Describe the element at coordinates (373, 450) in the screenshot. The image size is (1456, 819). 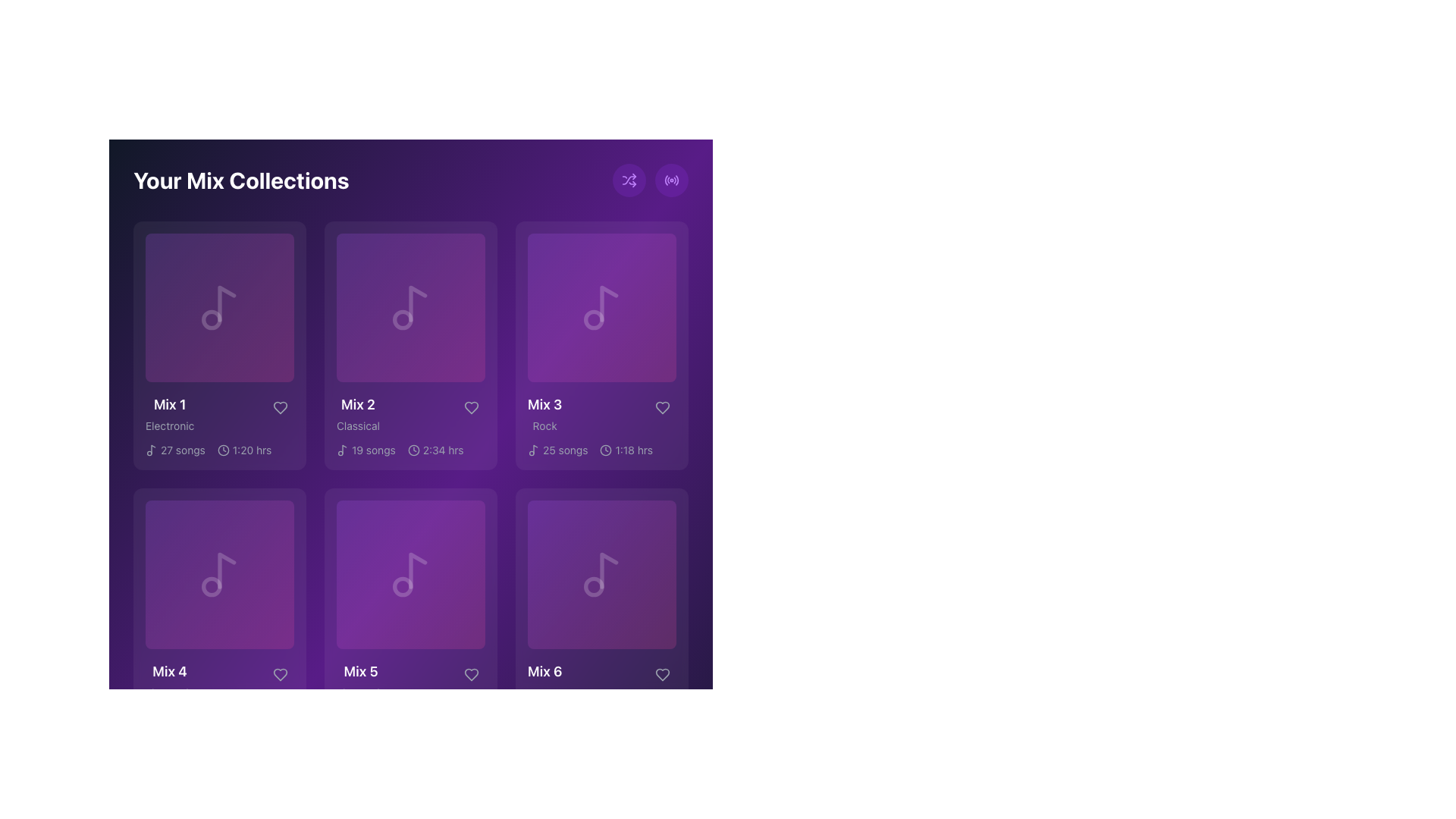
I see `text label displaying '19 songs' located in the lower part of the second card in the music collection grid, adjacent to a music note icon` at that location.